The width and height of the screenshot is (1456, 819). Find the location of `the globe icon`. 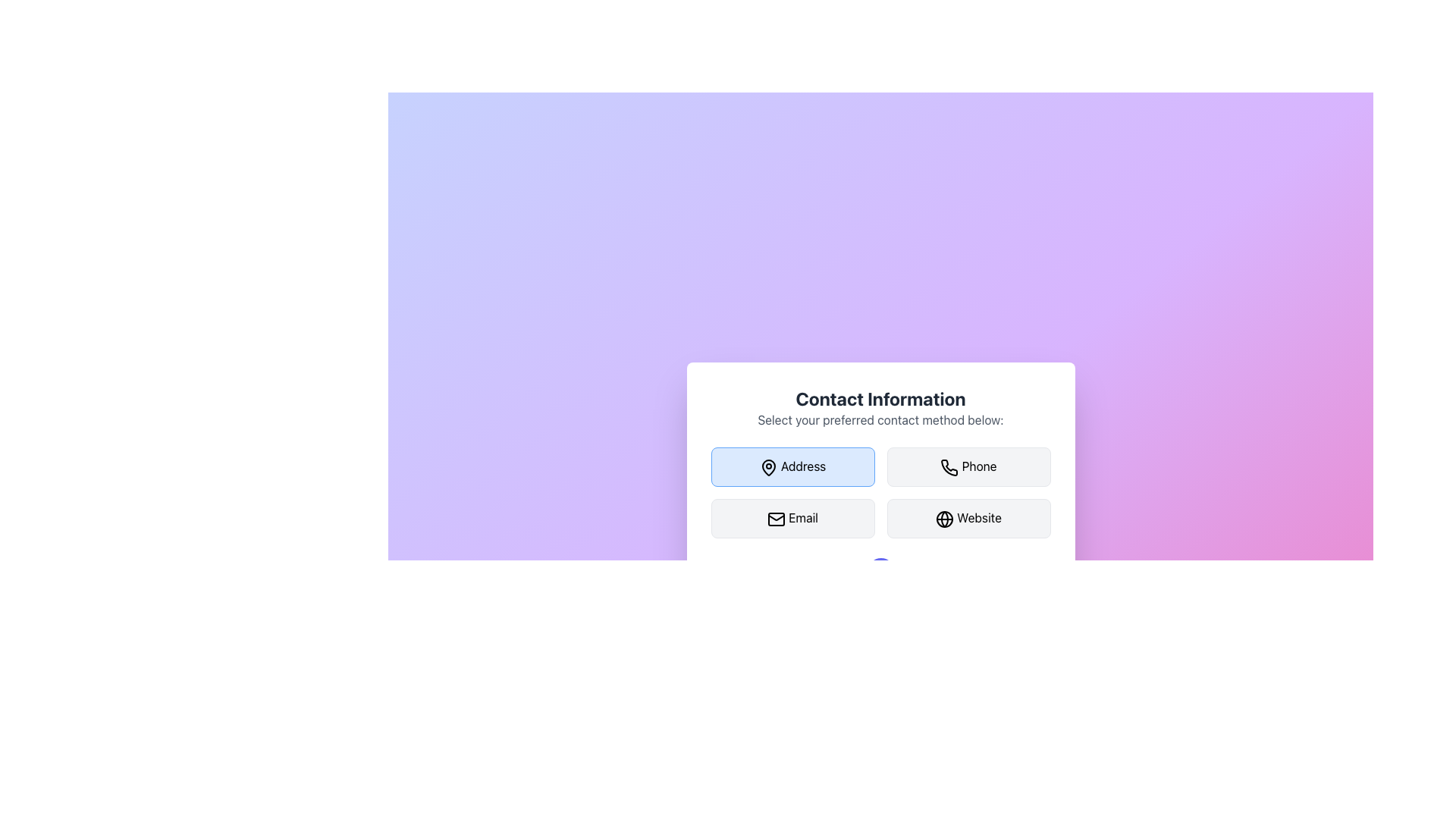

the globe icon is located at coordinates (944, 518).